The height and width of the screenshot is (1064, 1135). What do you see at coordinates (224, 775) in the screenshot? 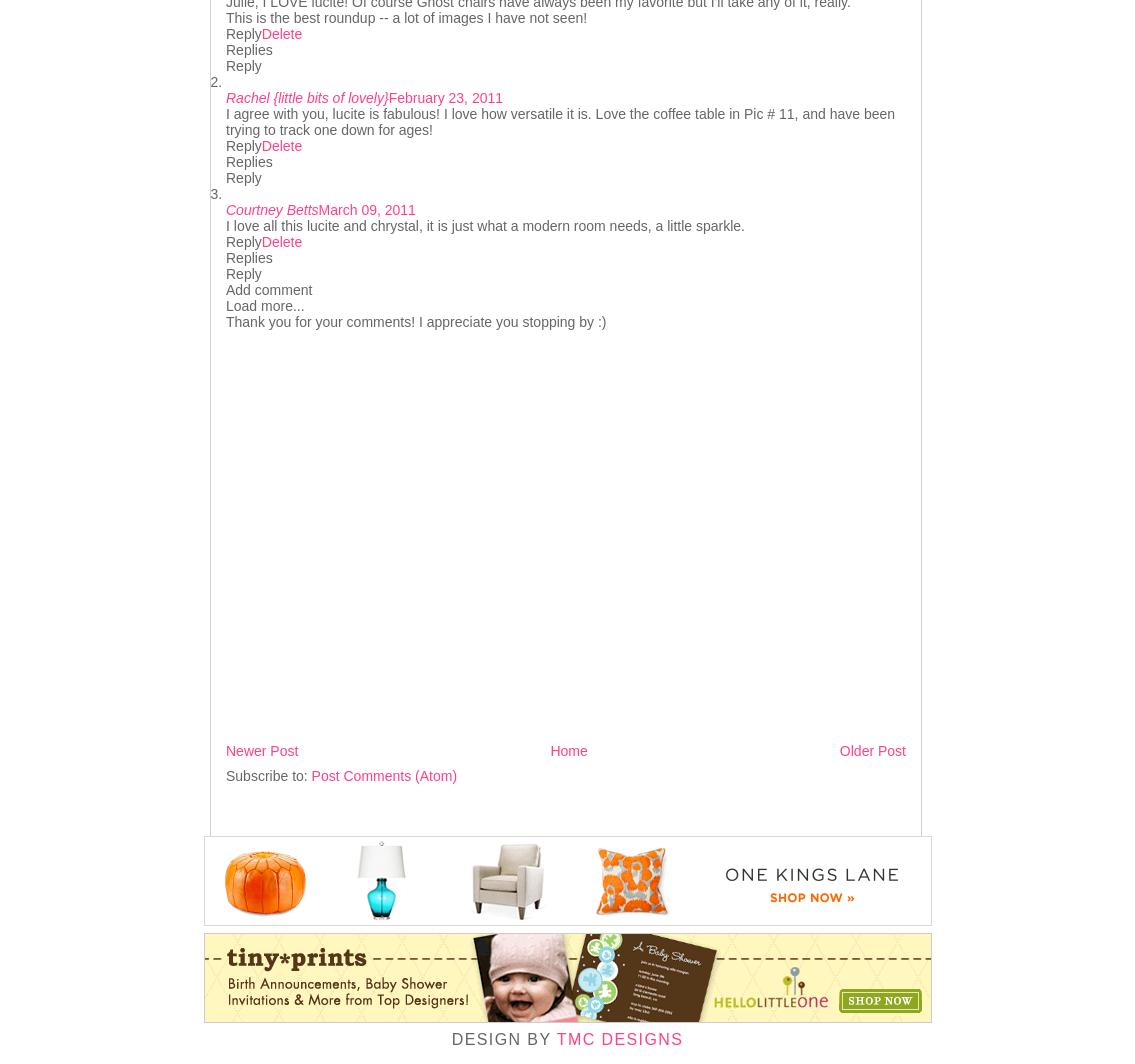
I see `'Subscribe to:'` at bounding box center [224, 775].